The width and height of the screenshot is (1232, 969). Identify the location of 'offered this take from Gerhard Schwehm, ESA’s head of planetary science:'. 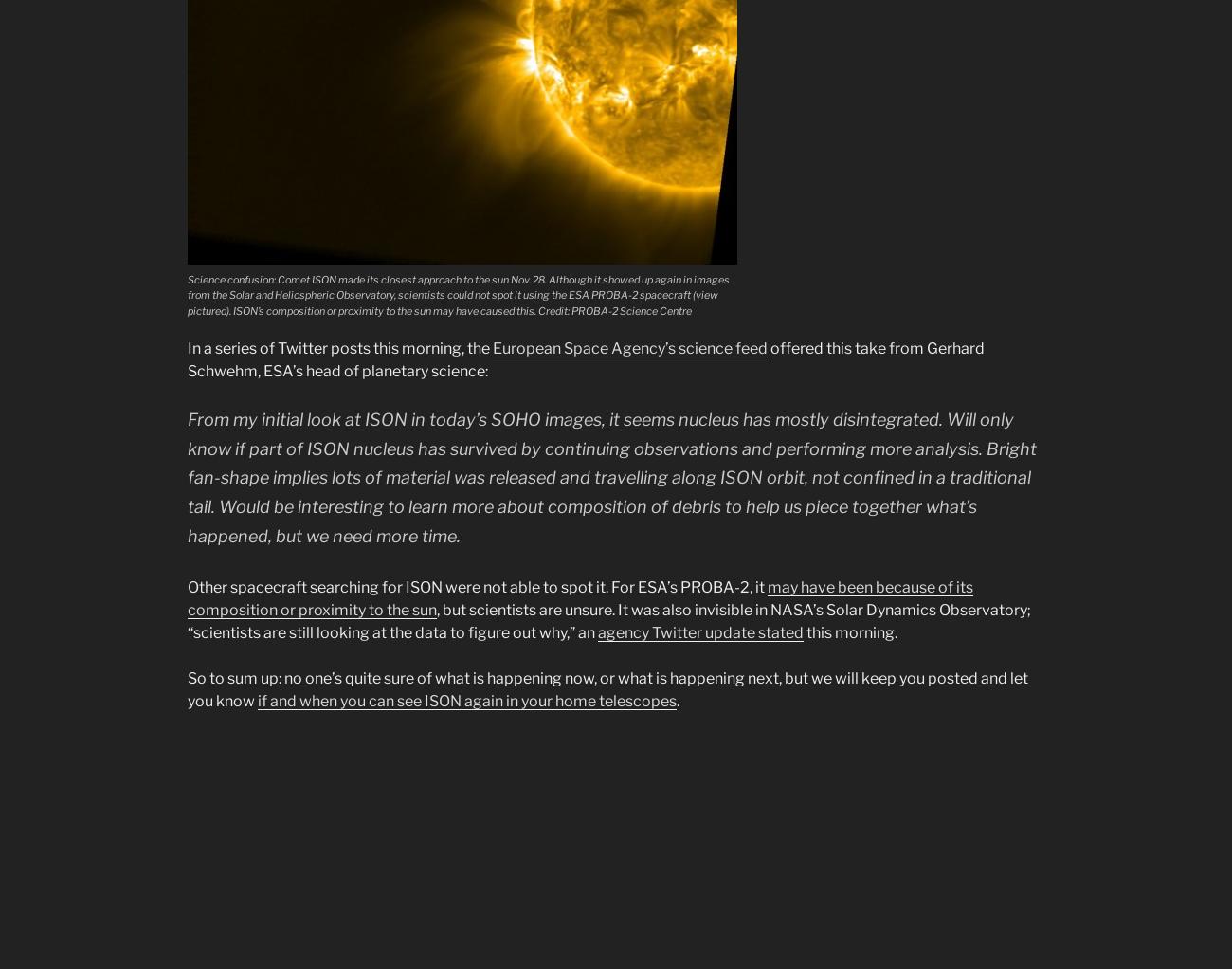
(586, 358).